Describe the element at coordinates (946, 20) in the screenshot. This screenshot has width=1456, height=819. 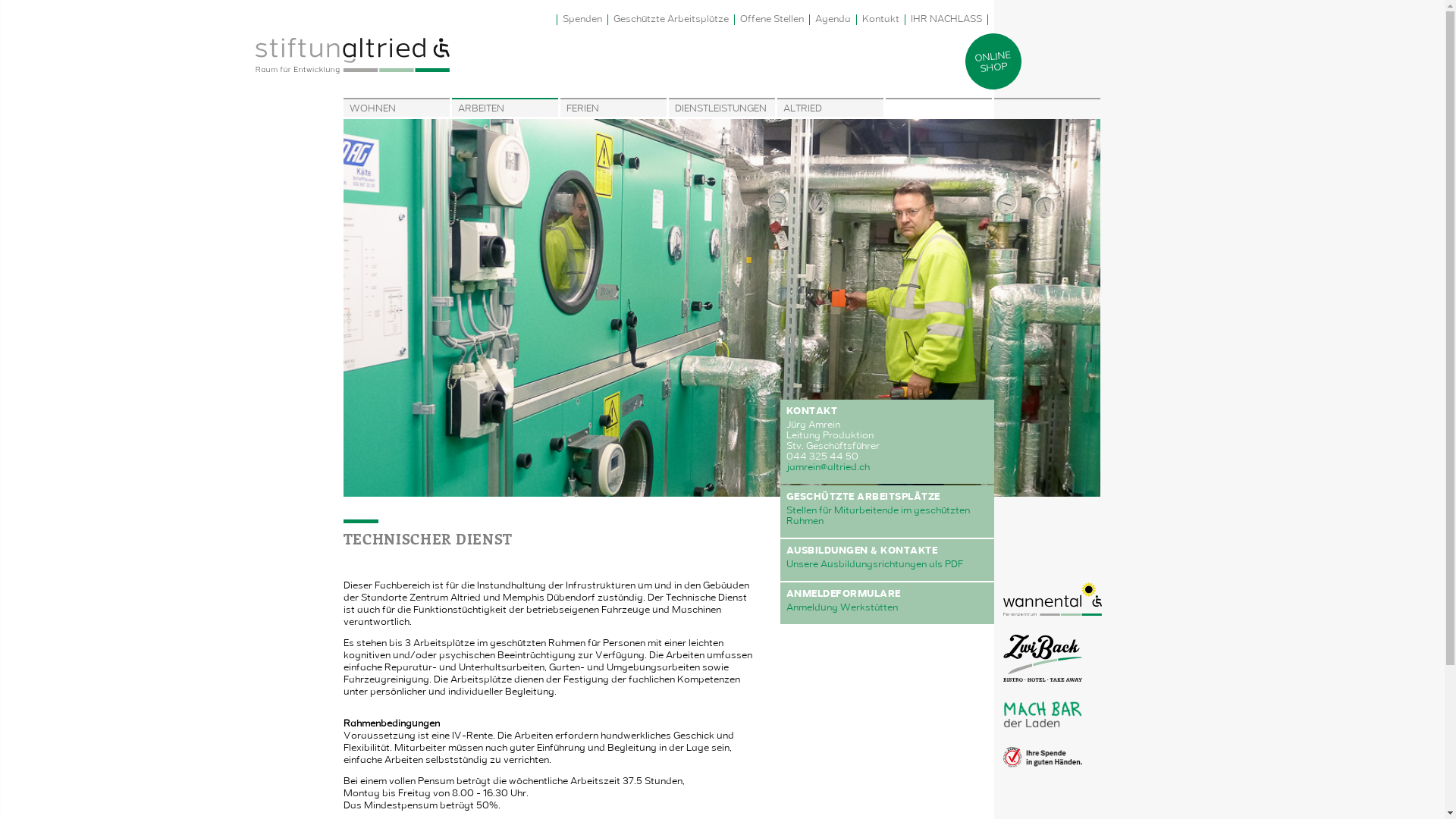
I see `'IHR NACHLASS'` at that location.